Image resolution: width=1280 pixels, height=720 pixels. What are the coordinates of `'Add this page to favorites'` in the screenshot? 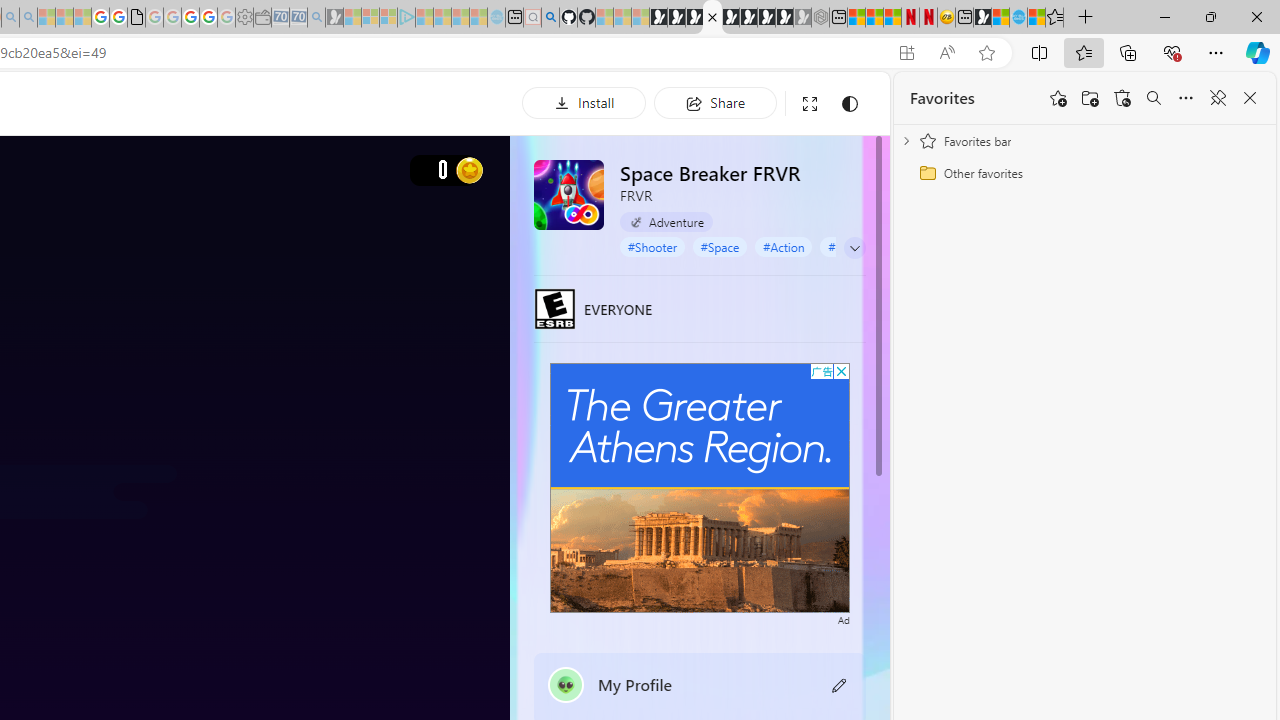 It's located at (1057, 98).